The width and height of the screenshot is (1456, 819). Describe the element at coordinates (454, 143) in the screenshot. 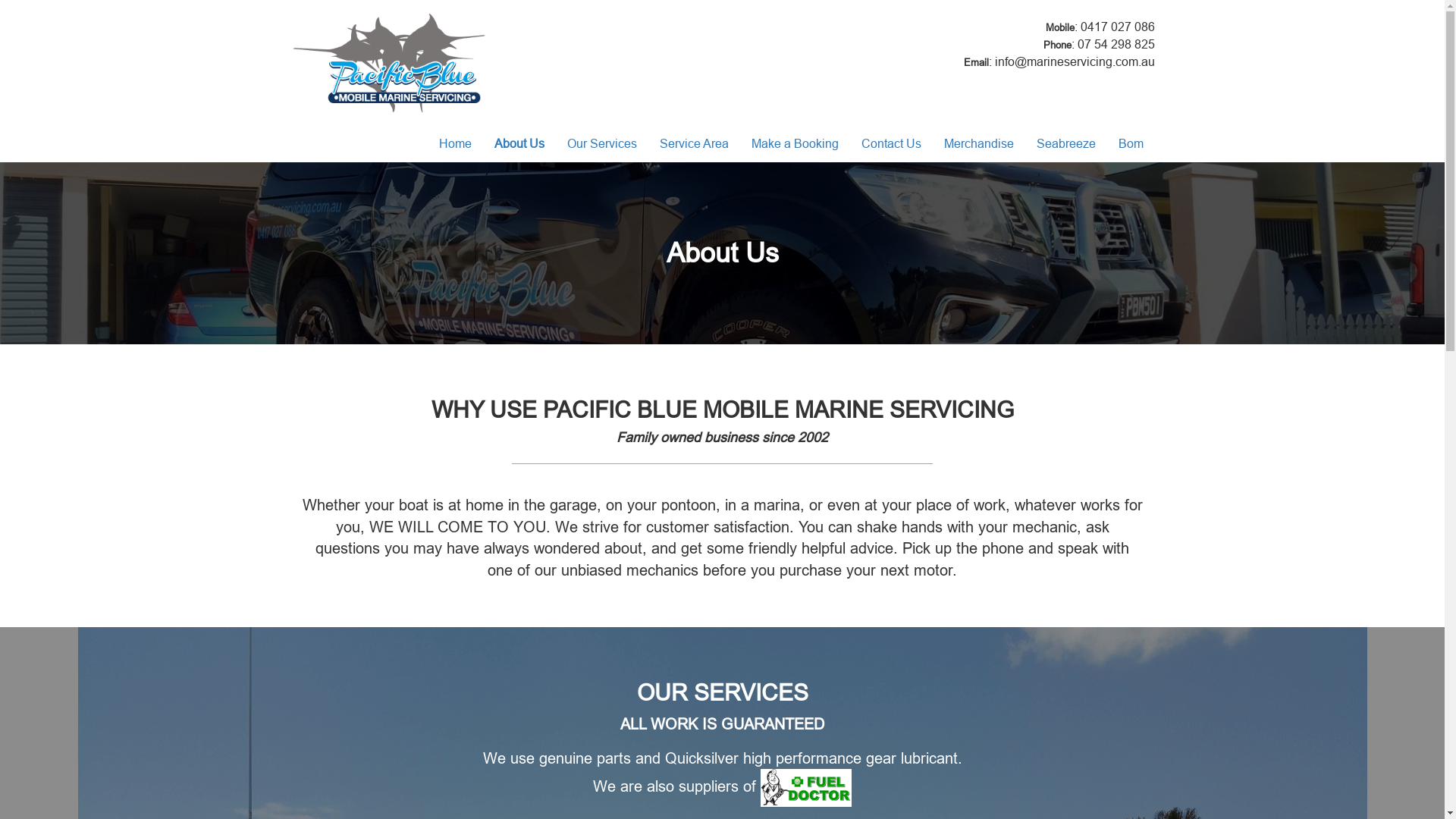

I see `'Home'` at that location.